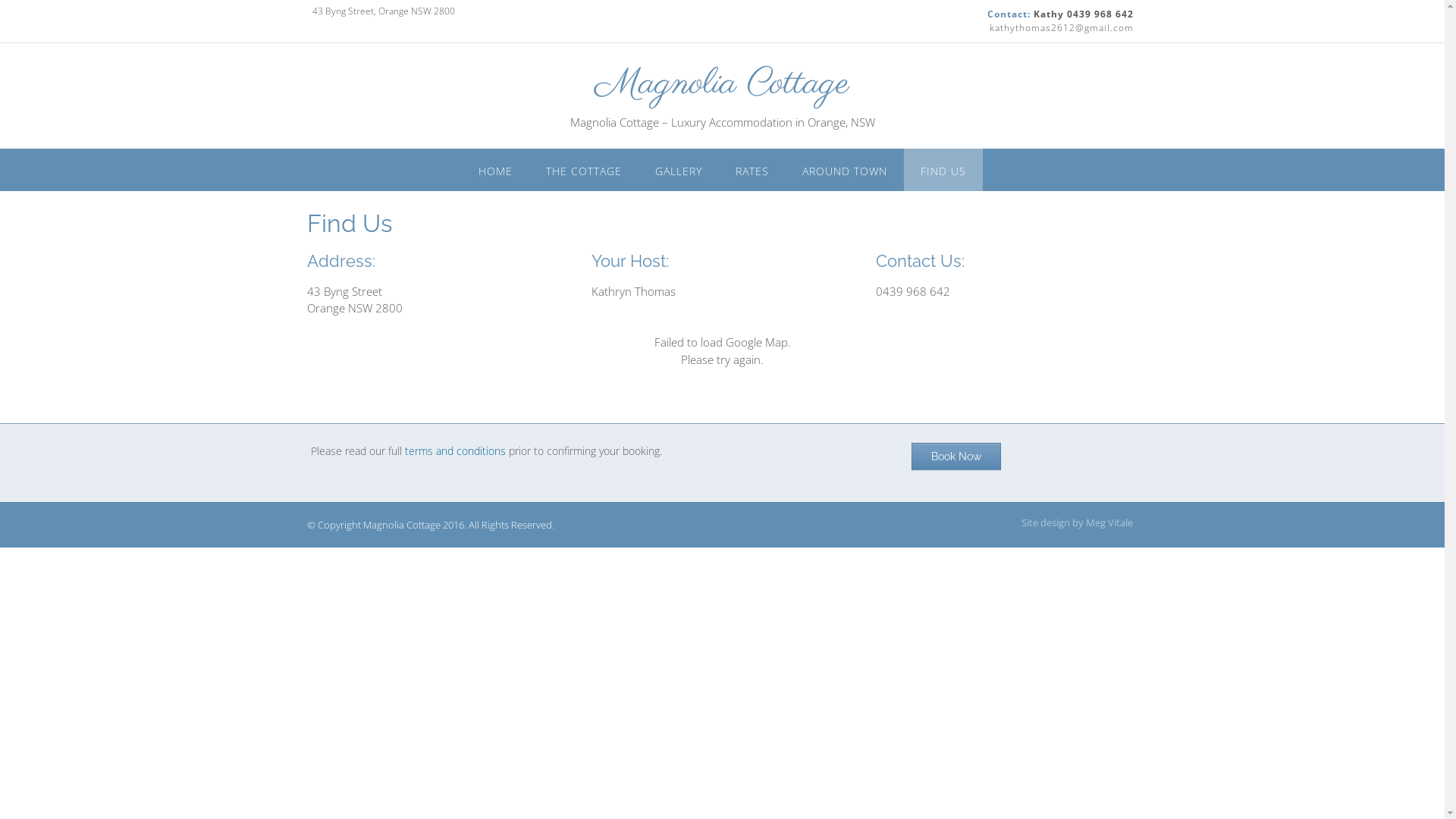 The image size is (1456, 819). Describe the element at coordinates (1059, 28) in the screenshot. I see `'kathythomas2612@gmail.com'` at that location.